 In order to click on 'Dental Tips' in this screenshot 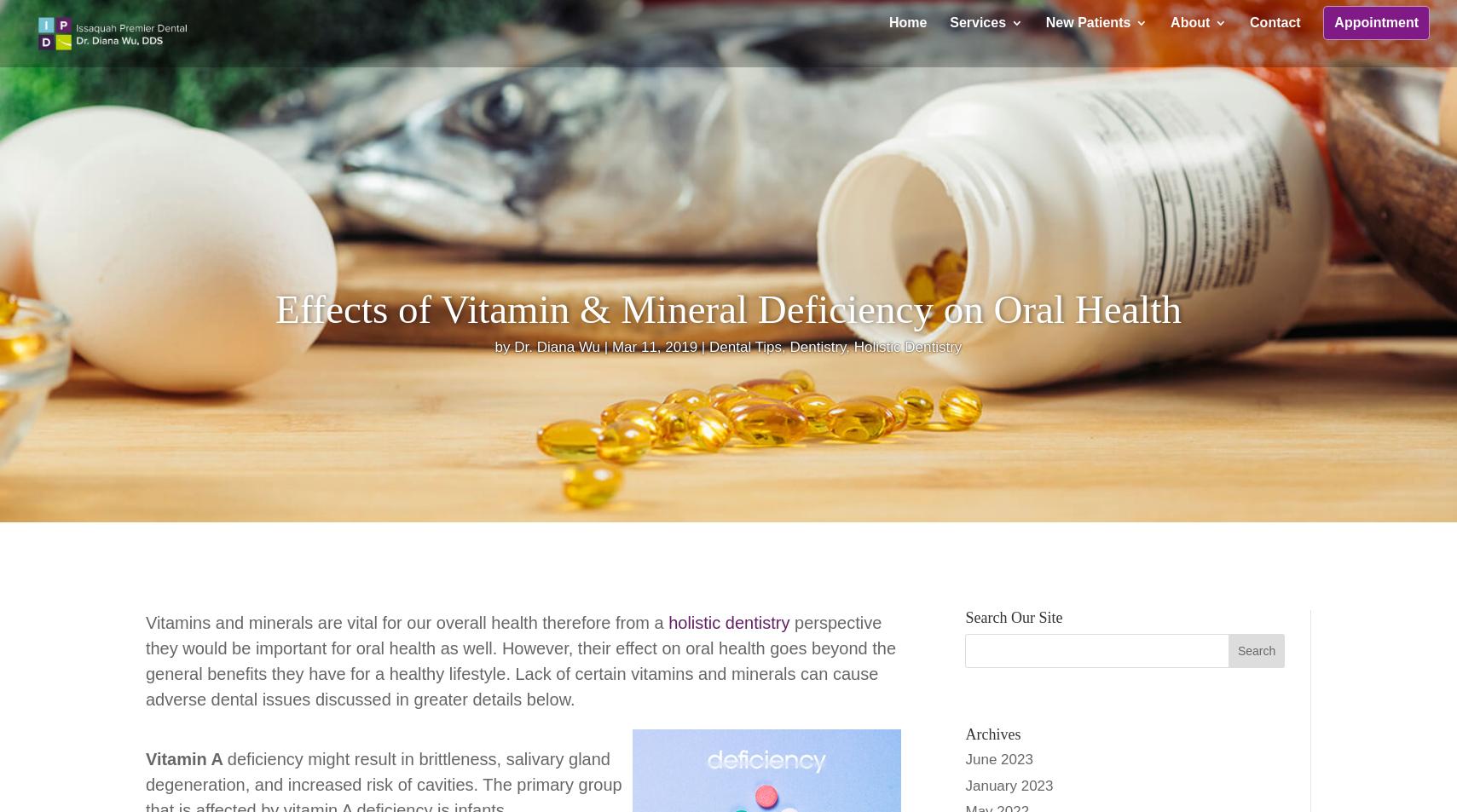, I will do `click(745, 345)`.